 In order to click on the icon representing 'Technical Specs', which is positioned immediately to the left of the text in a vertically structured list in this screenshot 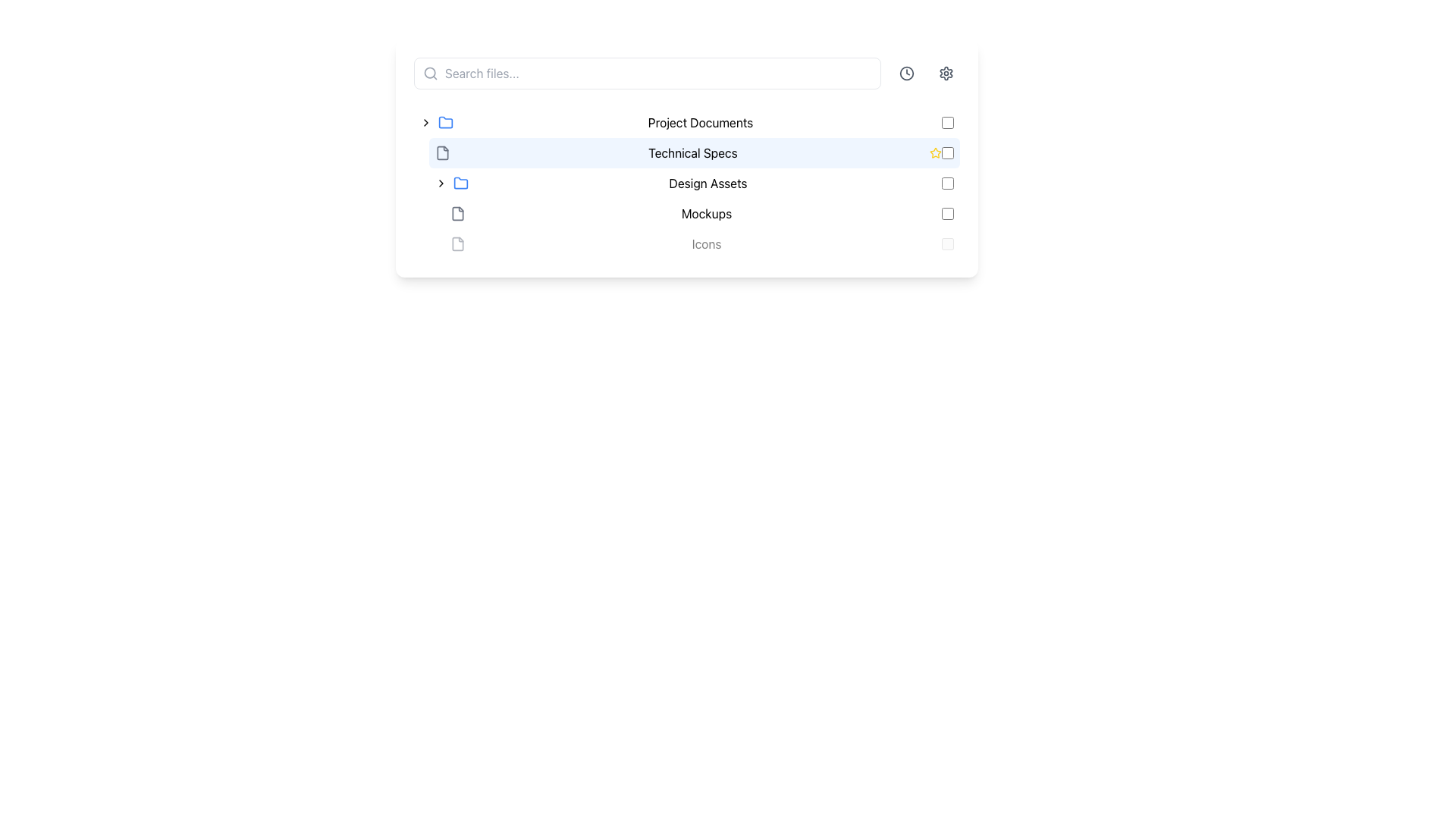, I will do `click(442, 152)`.